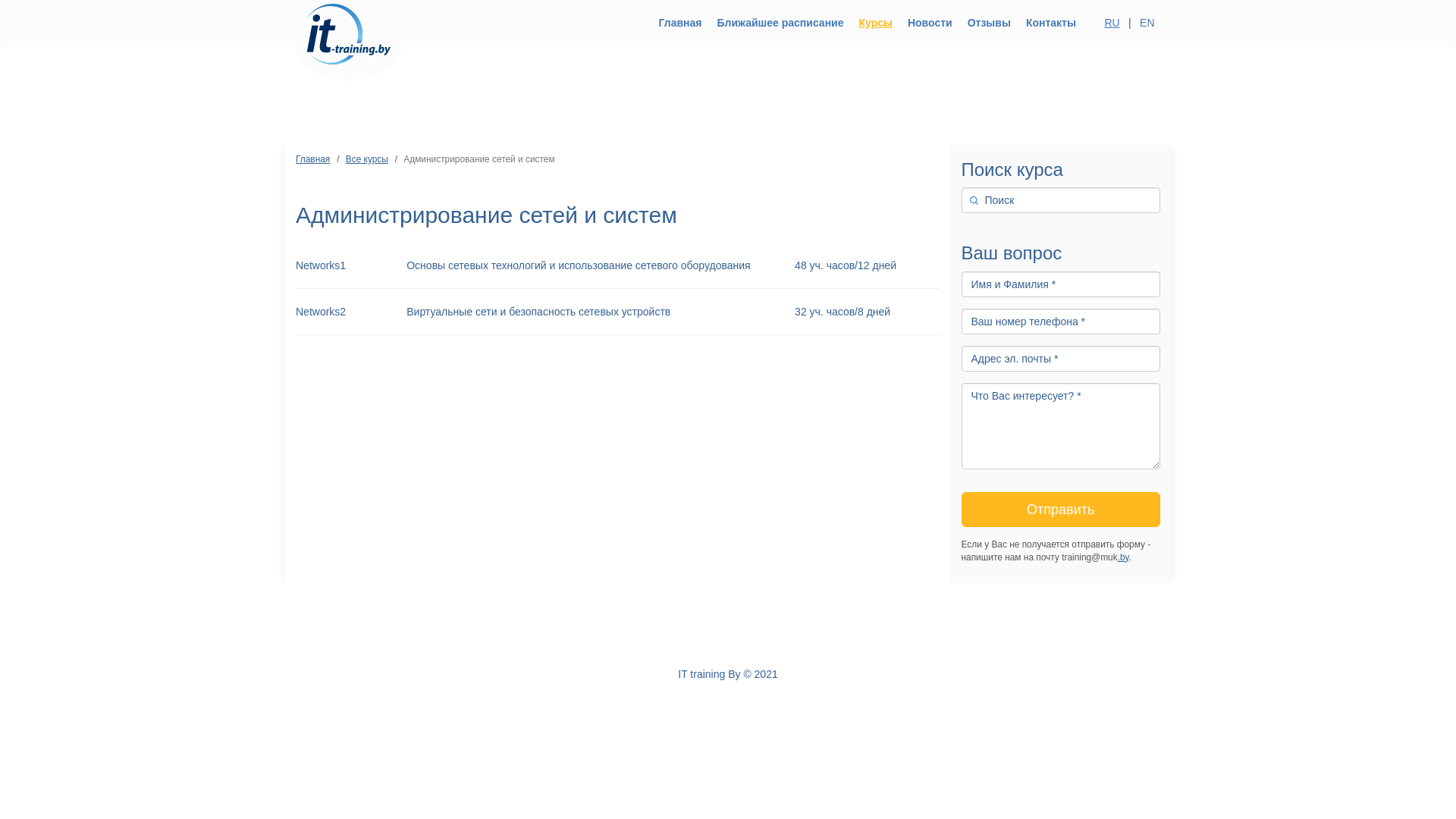 The width and height of the screenshot is (1456, 819). What do you see at coordinates (1112, 23) in the screenshot?
I see `'RU'` at bounding box center [1112, 23].